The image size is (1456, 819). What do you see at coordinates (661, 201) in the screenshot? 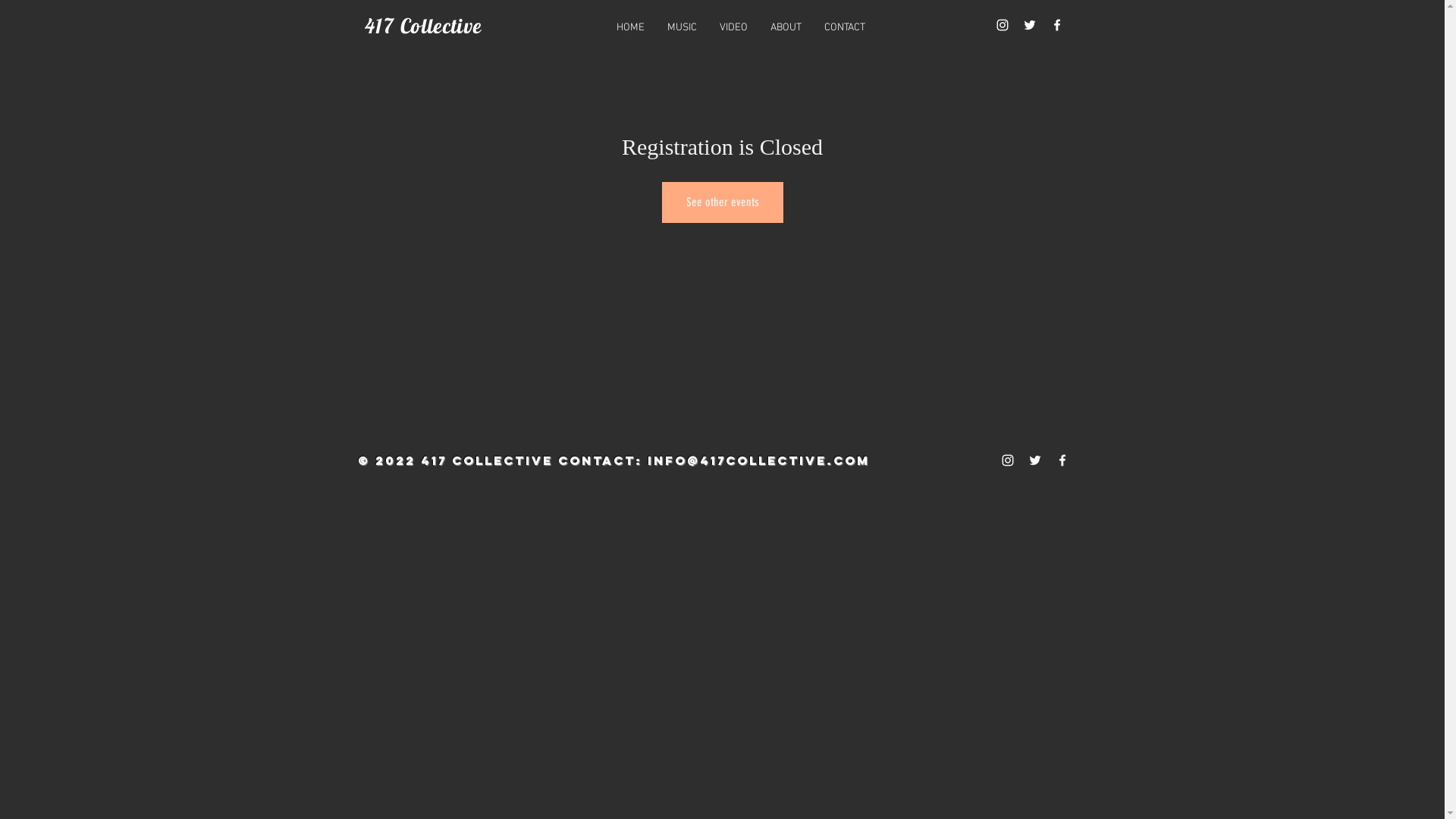
I see `'See other events'` at bounding box center [661, 201].